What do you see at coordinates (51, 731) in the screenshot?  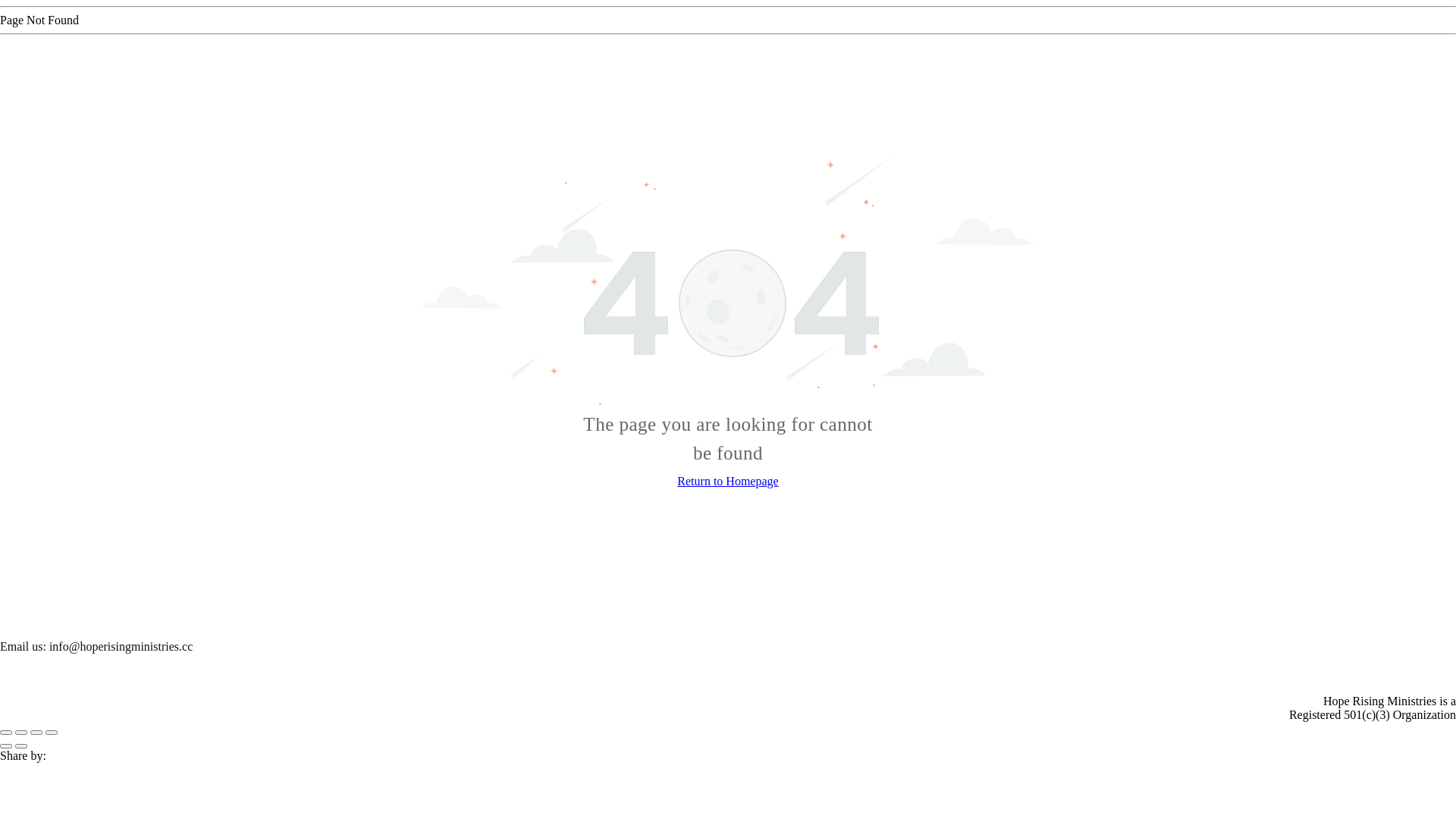 I see `'Zoom in/out'` at bounding box center [51, 731].